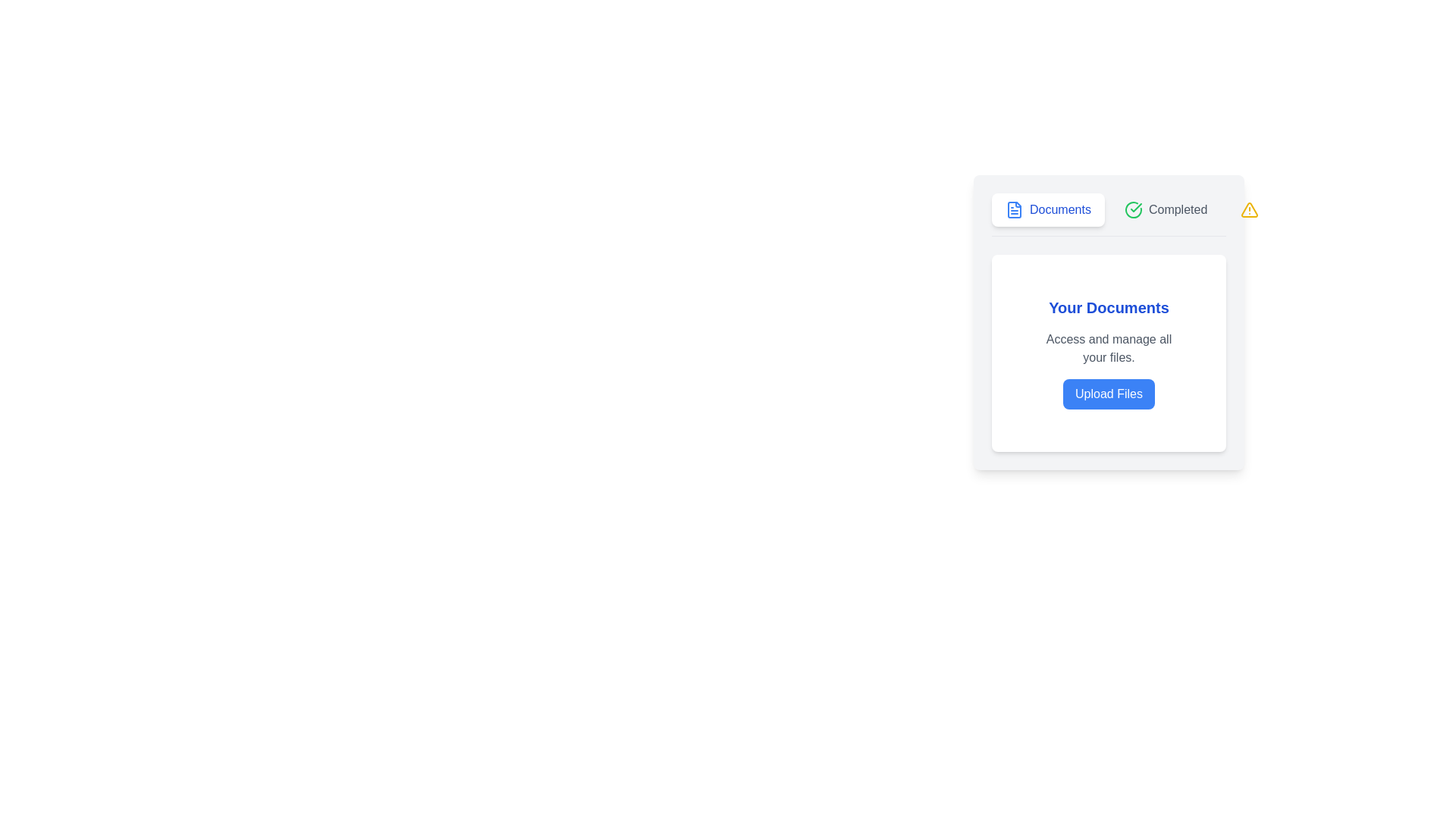 Image resolution: width=1456 pixels, height=819 pixels. I want to click on the status represented by the checkmark icon located within the 'Completed' tab of the card-like UI component, so click(1136, 207).